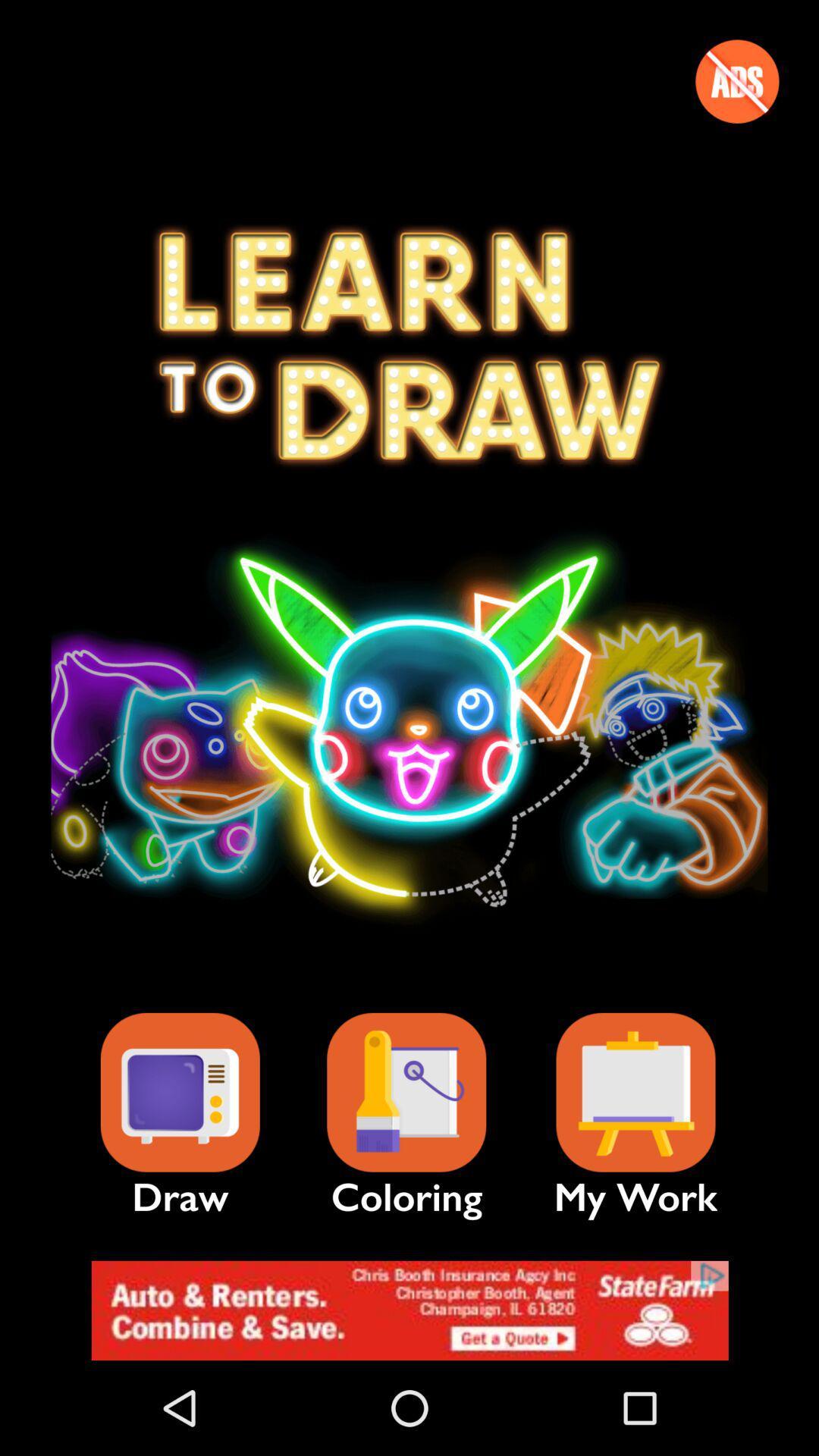 This screenshot has width=819, height=1456. I want to click on the item above the draw icon, so click(179, 1093).